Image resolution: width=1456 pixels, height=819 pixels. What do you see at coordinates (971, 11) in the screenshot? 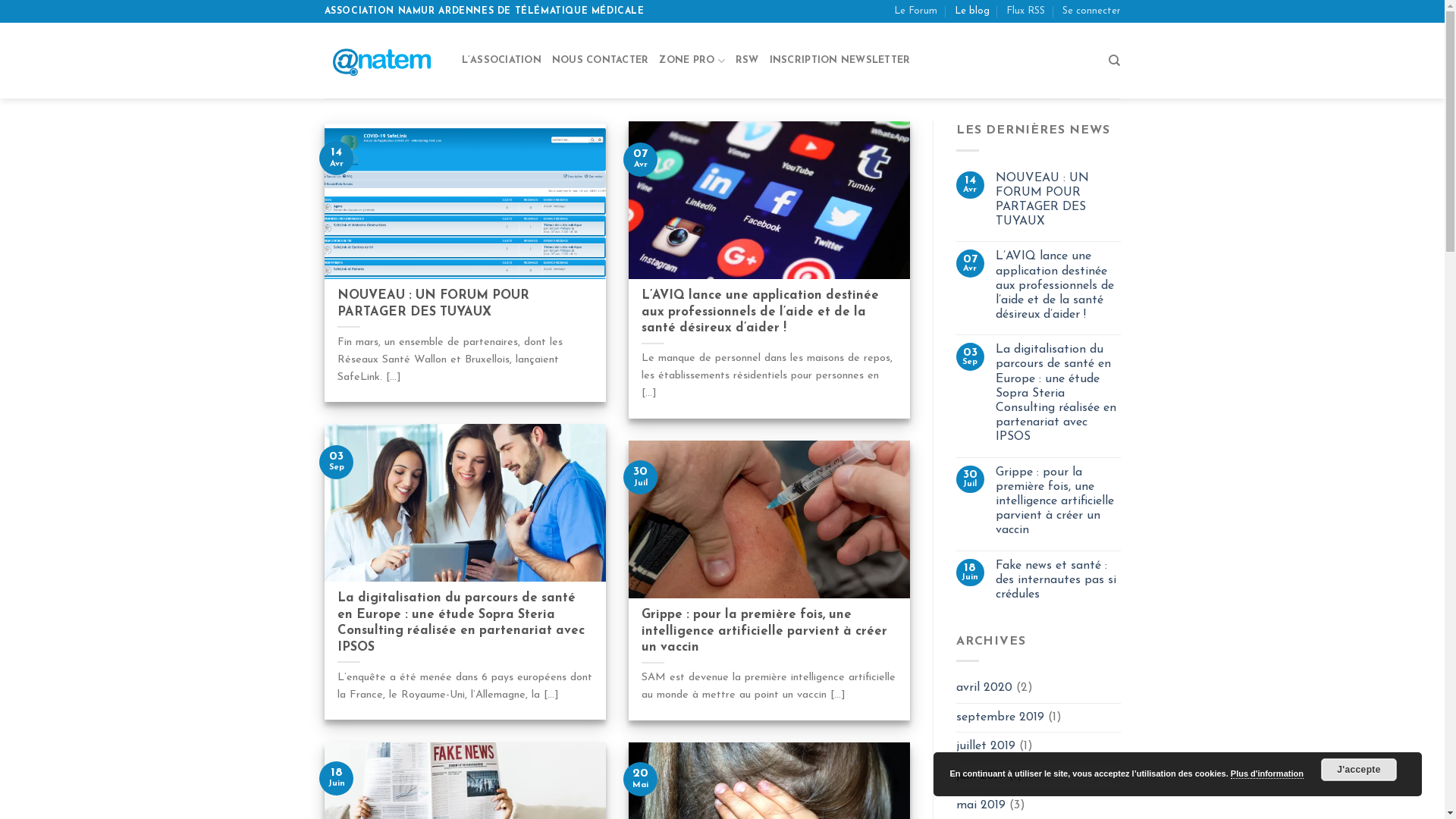
I see `'Le blog'` at bounding box center [971, 11].